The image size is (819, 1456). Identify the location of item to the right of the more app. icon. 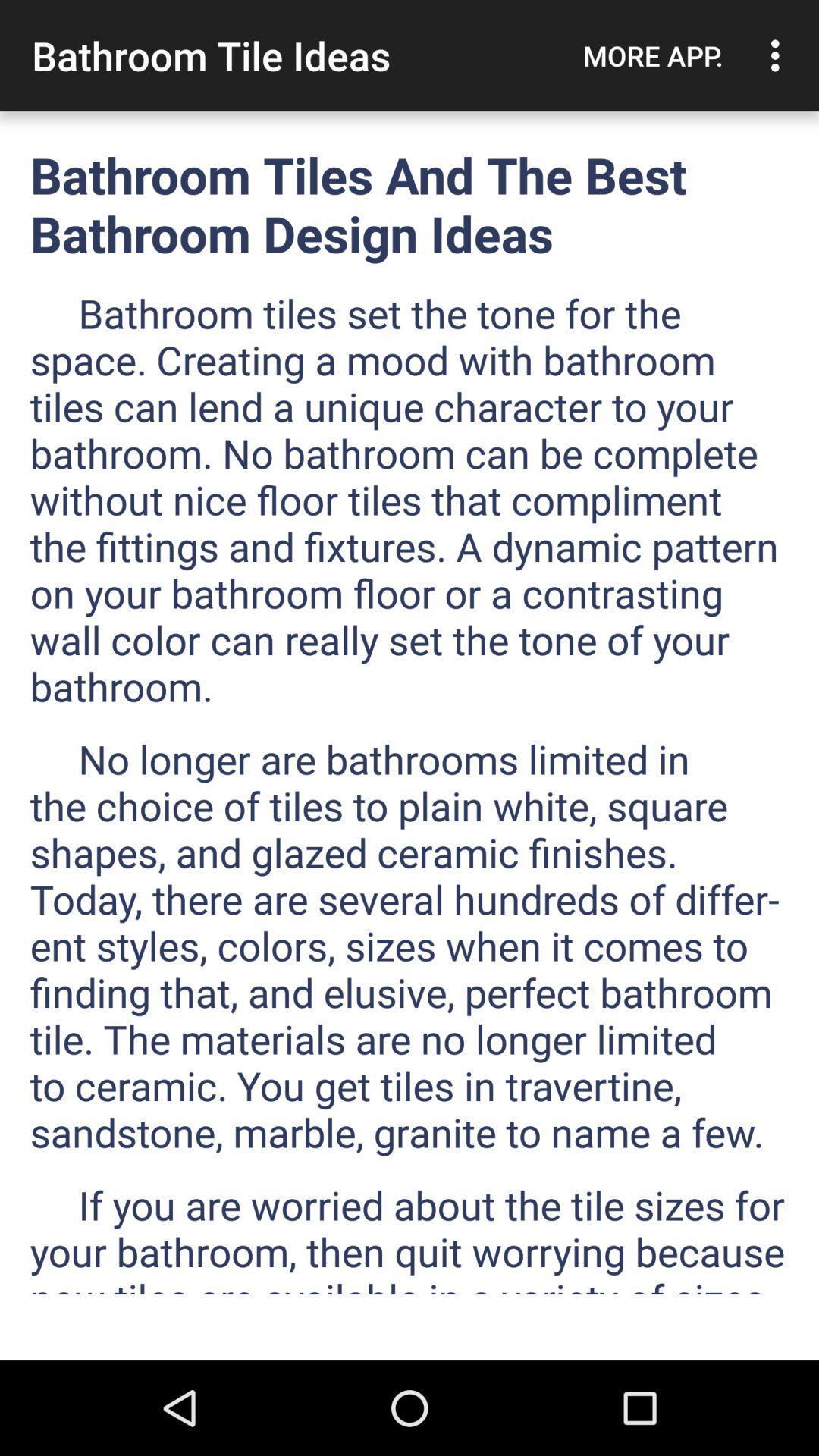
(779, 55).